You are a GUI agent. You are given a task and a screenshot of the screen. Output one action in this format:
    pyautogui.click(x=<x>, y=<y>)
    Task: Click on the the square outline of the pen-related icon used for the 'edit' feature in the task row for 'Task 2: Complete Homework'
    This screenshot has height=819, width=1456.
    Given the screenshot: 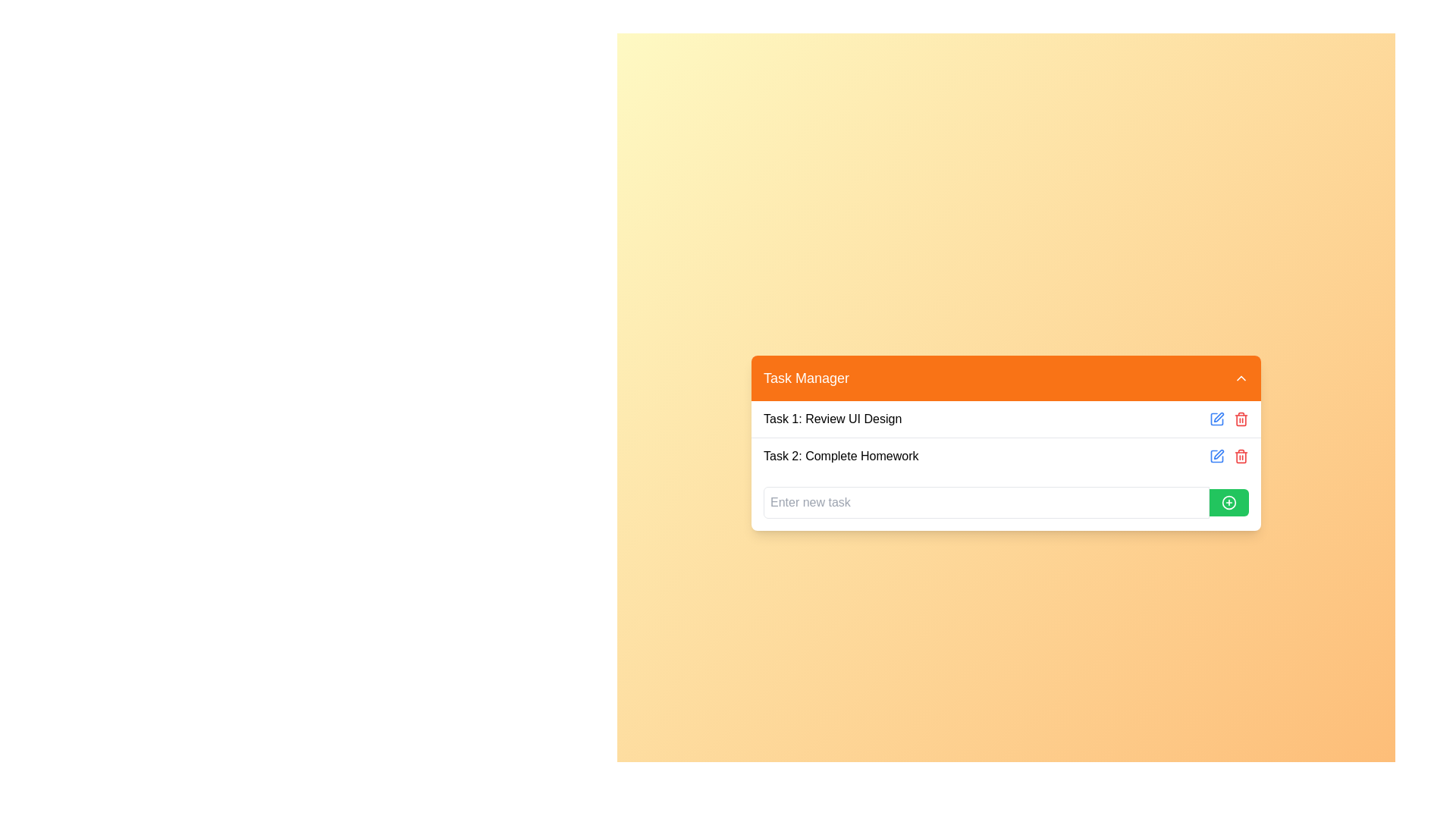 What is the action you would take?
    pyautogui.click(x=1216, y=455)
    